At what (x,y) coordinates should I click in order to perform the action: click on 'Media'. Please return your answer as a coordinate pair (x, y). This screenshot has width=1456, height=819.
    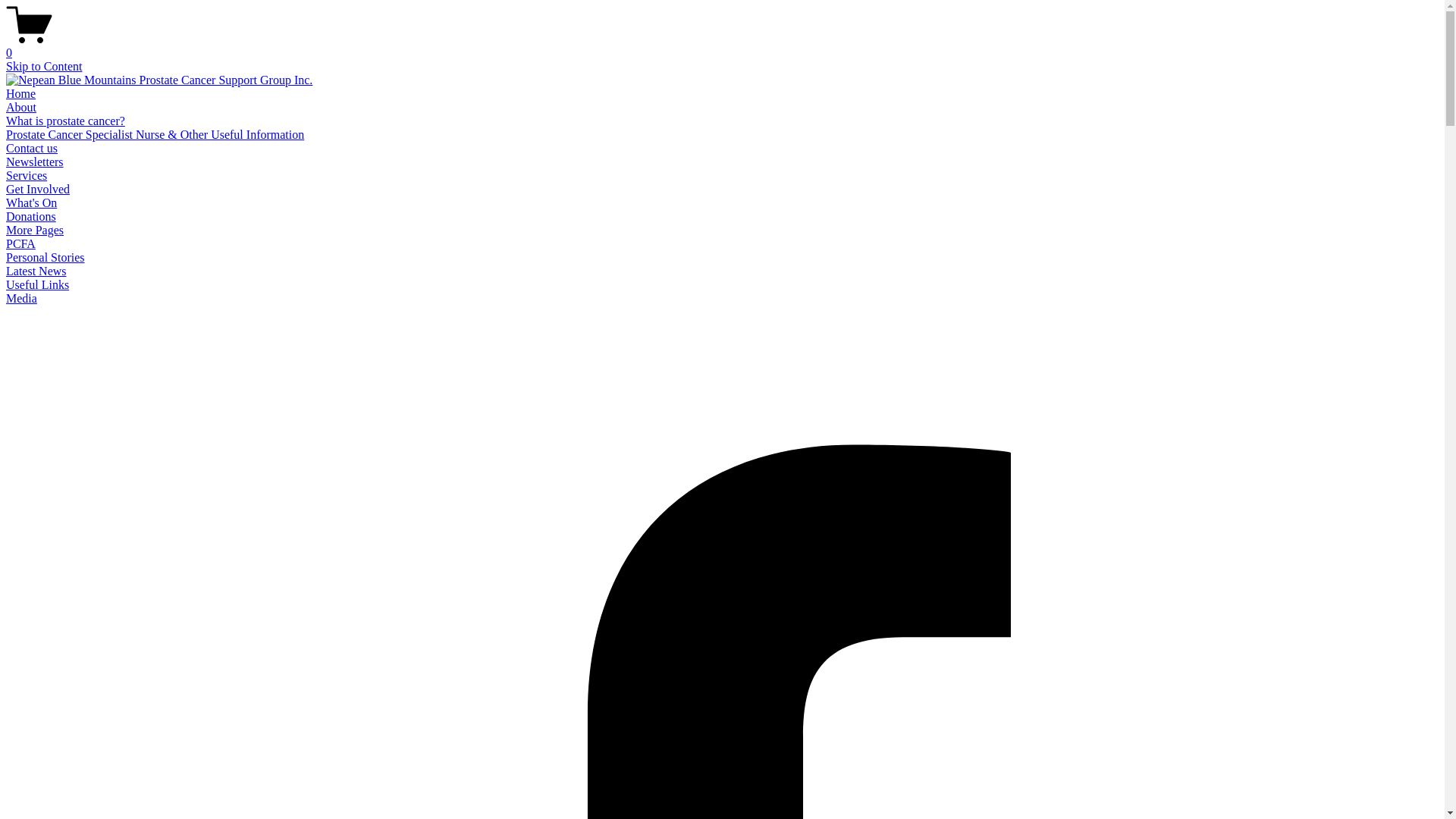
    Looking at the image, I should click on (21, 298).